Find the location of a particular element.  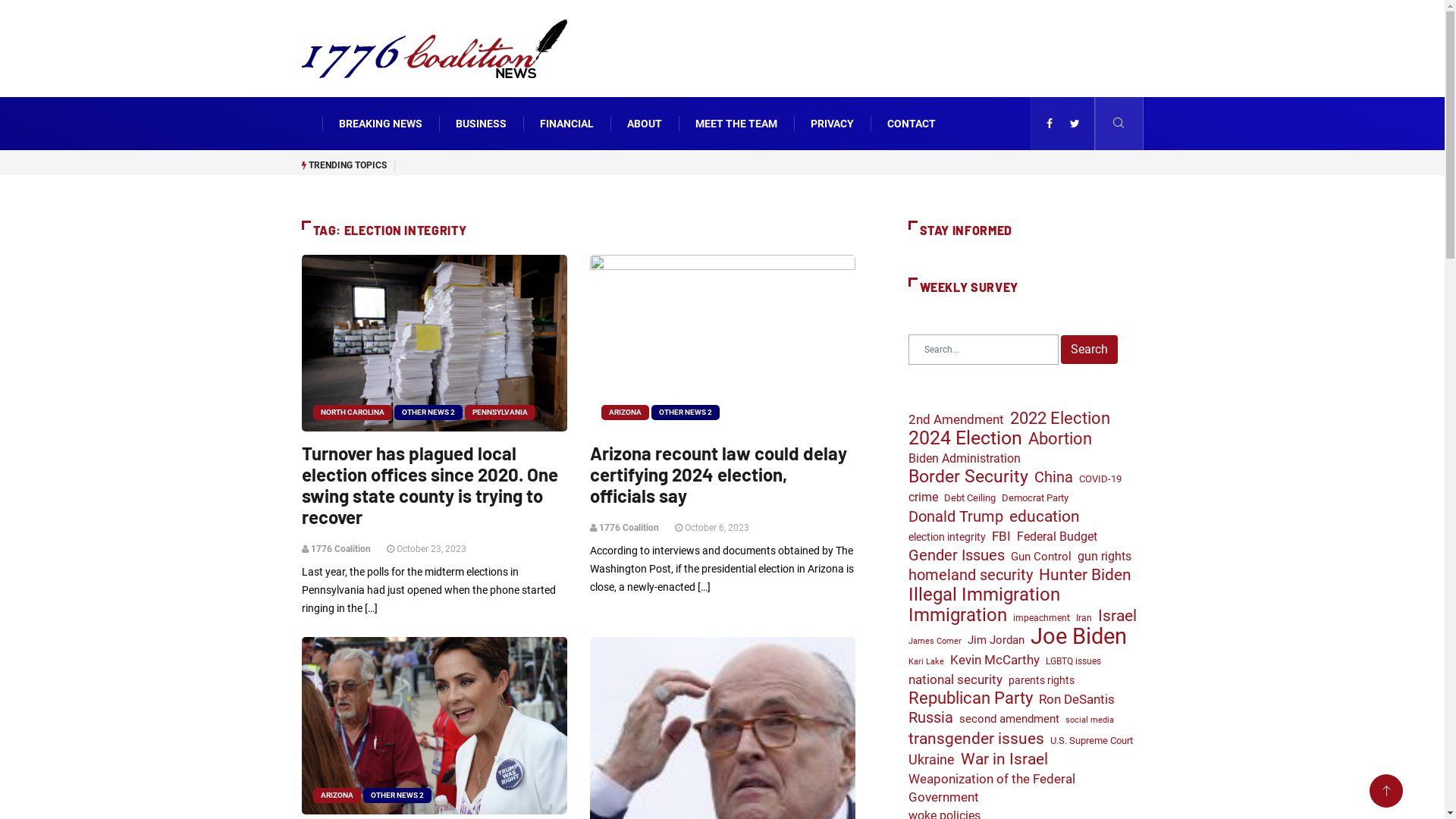

'BUSINESS' is located at coordinates (479, 122).